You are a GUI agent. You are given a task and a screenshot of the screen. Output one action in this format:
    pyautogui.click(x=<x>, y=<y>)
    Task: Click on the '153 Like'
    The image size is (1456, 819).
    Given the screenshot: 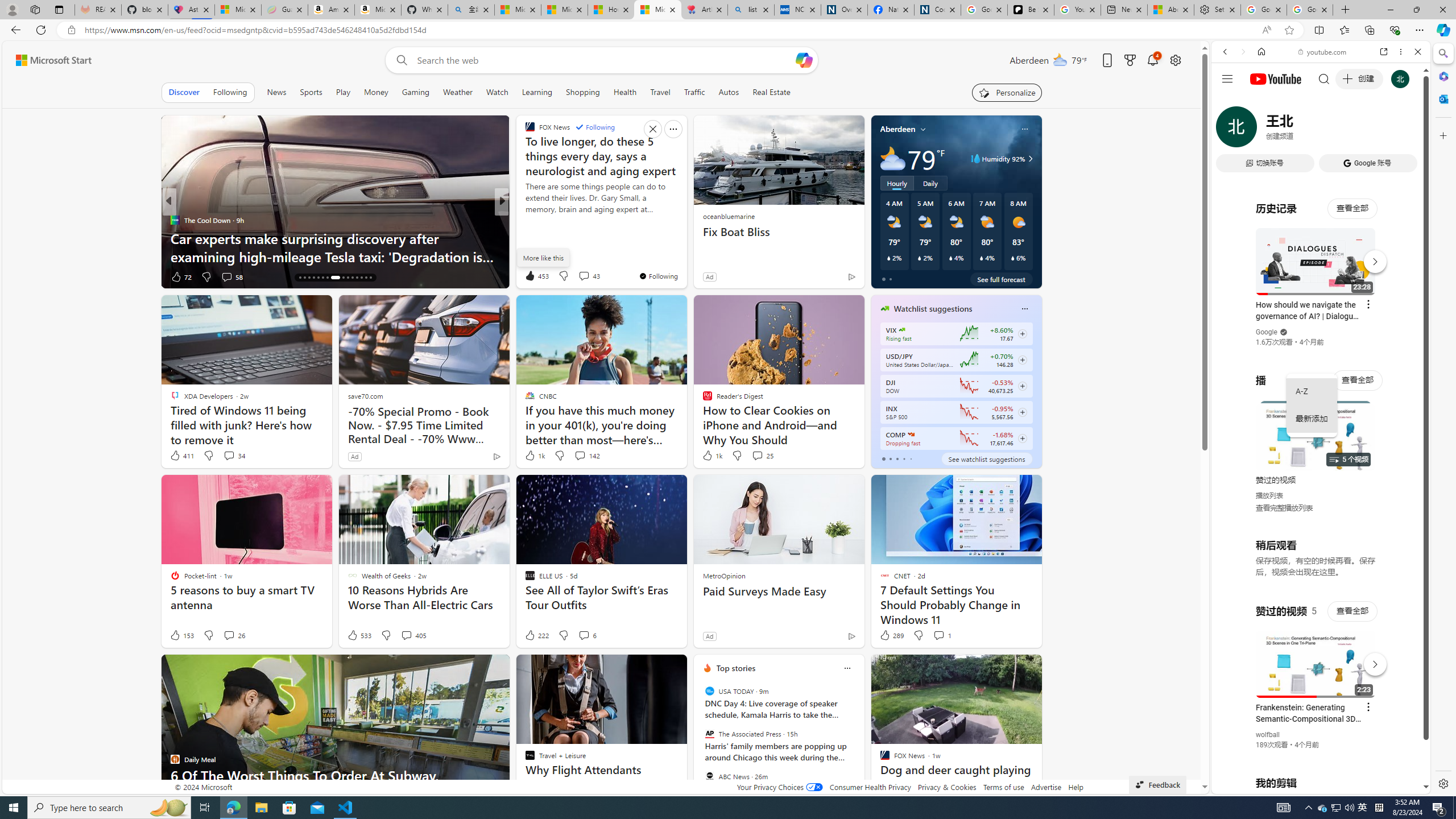 What is the action you would take?
    pyautogui.click(x=180, y=634)
    